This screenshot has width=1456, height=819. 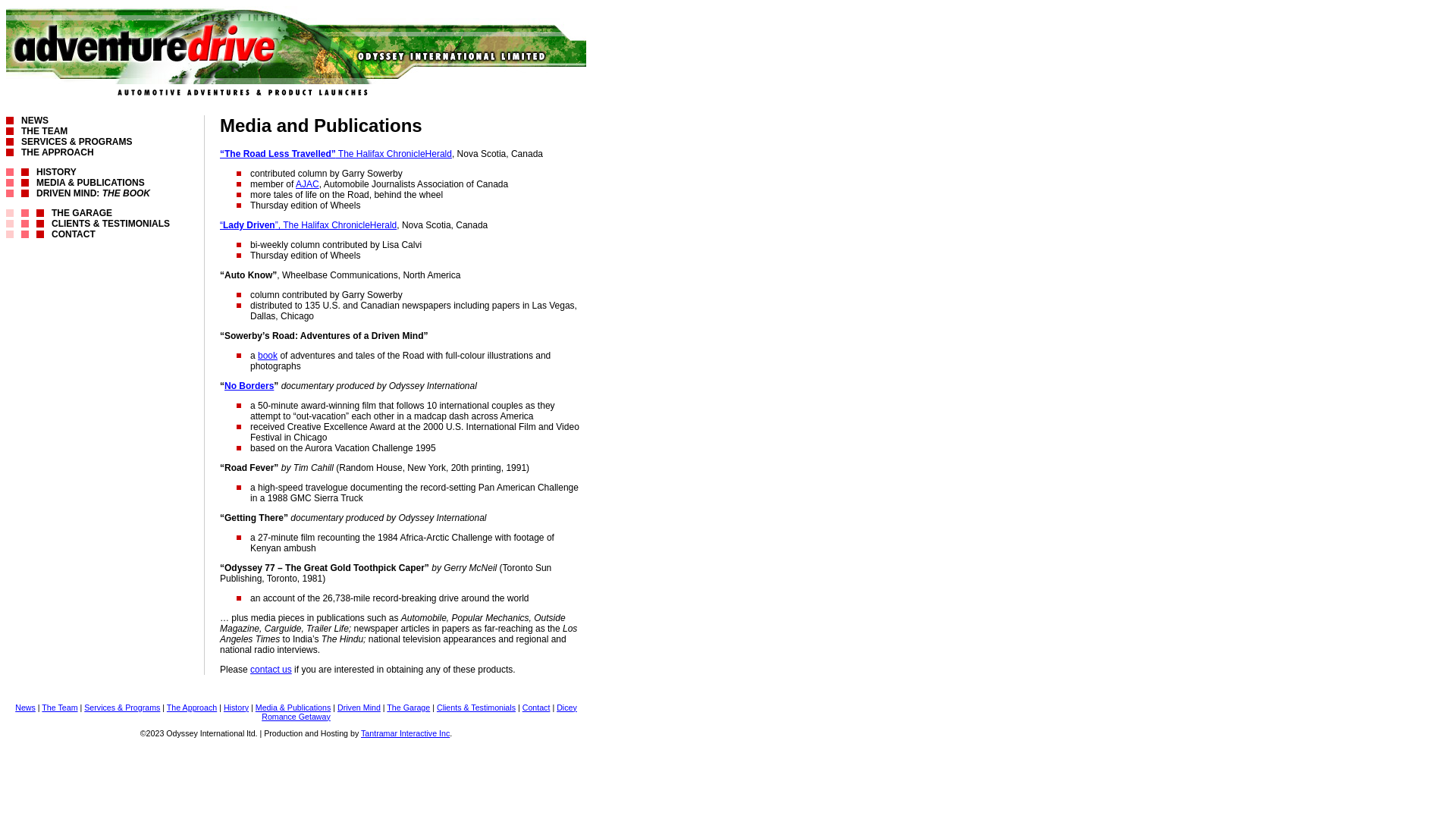 What do you see at coordinates (75, 141) in the screenshot?
I see `'SERVICES & PROGRAMS'` at bounding box center [75, 141].